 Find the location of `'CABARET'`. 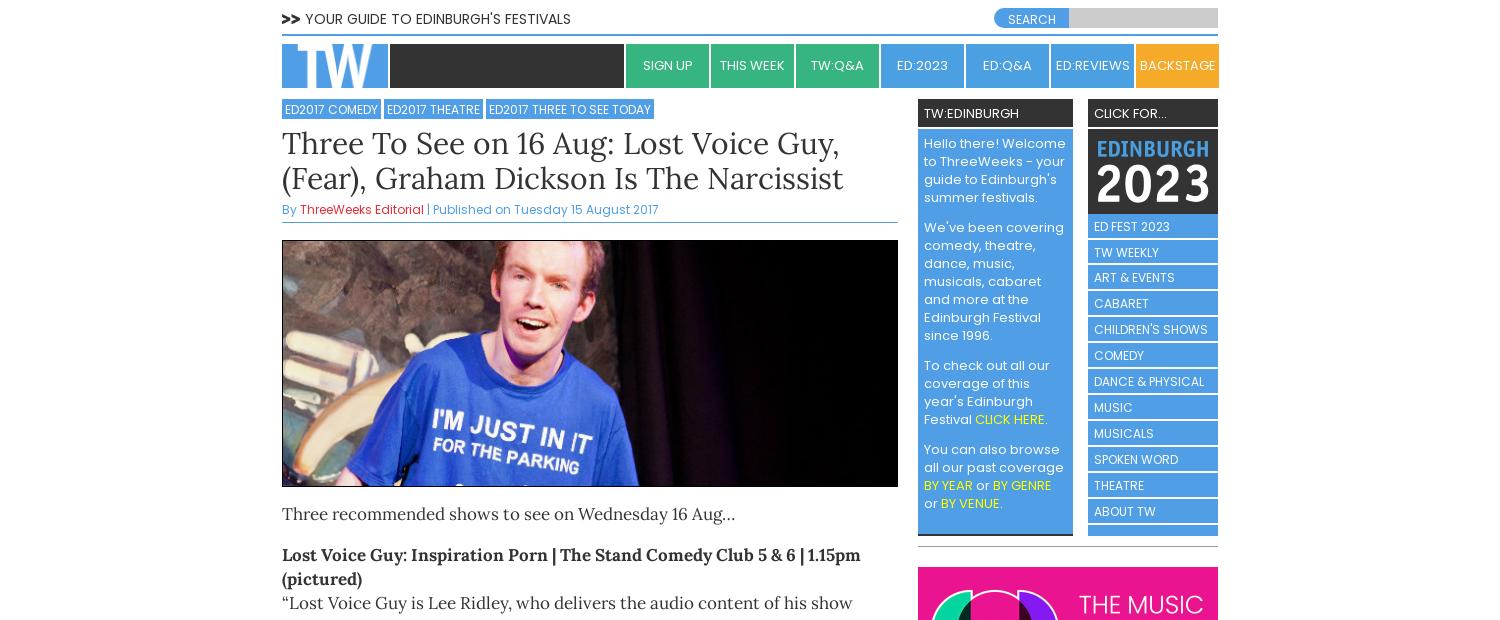

'CABARET' is located at coordinates (1120, 303).